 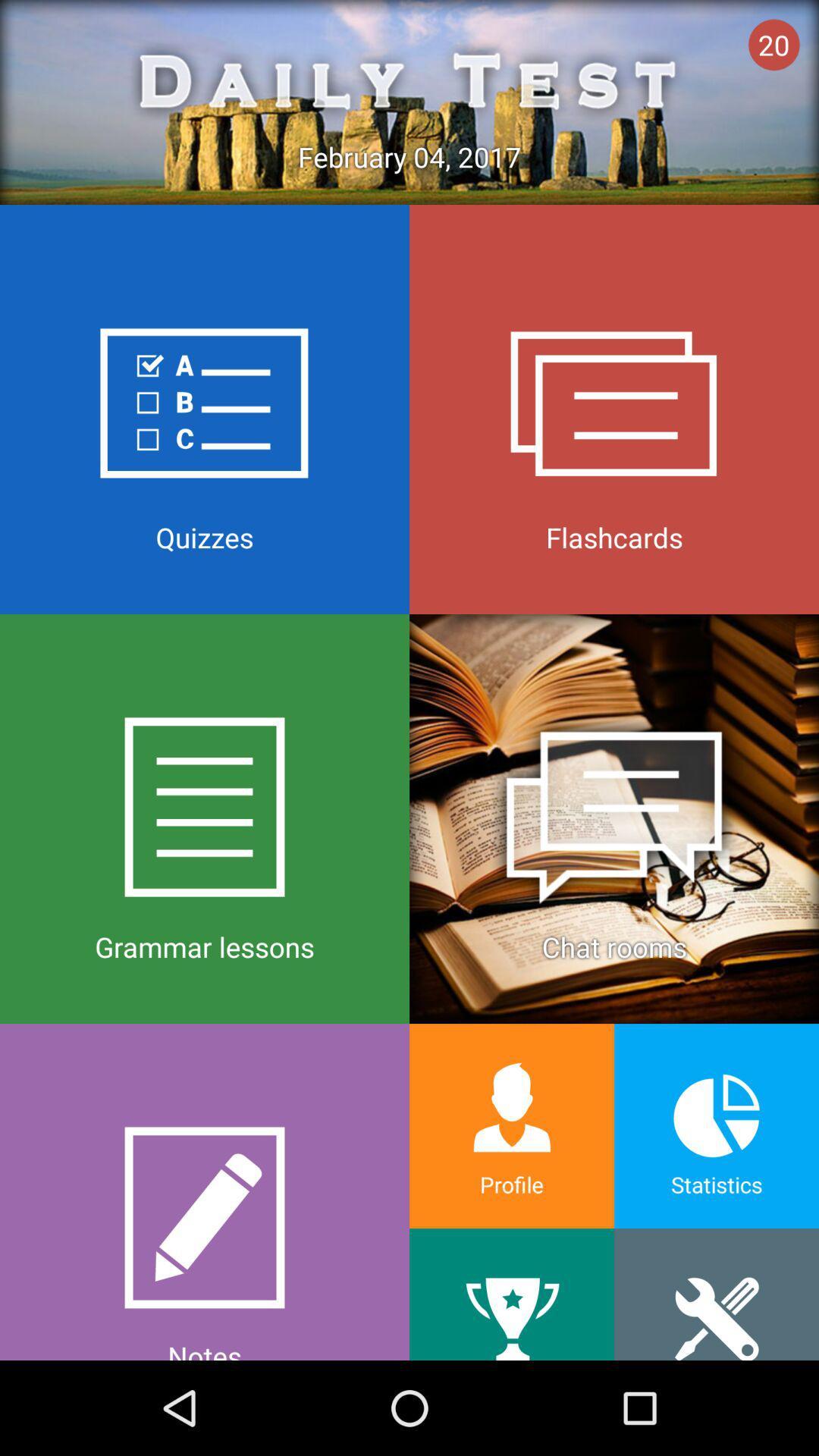 What do you see at coordinates (614, 818) in the screenshot?
I see `icon above profile` at bounding box center [614, 818].